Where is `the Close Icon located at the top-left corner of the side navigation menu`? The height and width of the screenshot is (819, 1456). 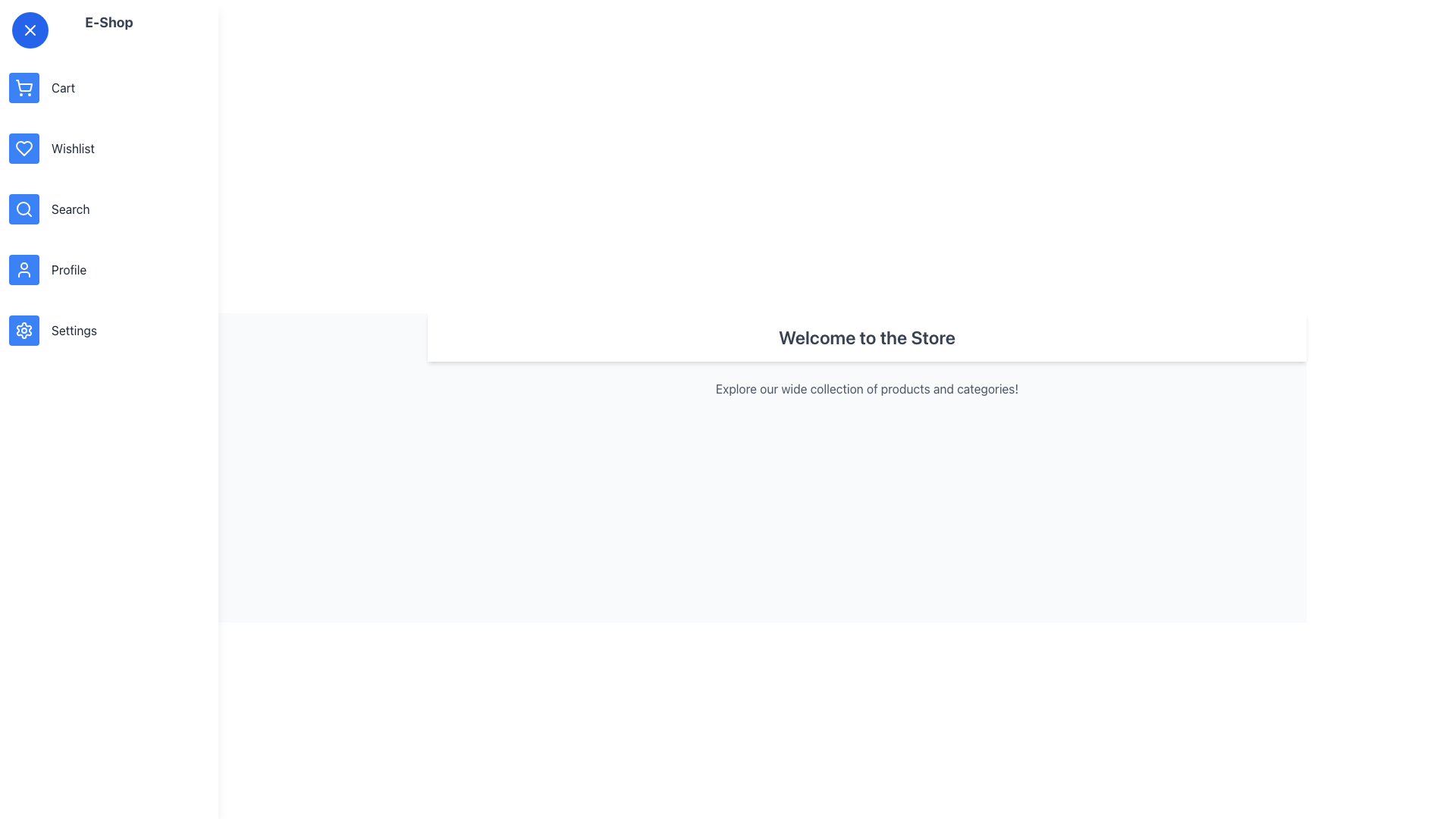
the Close Icon located at the top-left corner of the side navigation menu is located at coordinates (30, 30).